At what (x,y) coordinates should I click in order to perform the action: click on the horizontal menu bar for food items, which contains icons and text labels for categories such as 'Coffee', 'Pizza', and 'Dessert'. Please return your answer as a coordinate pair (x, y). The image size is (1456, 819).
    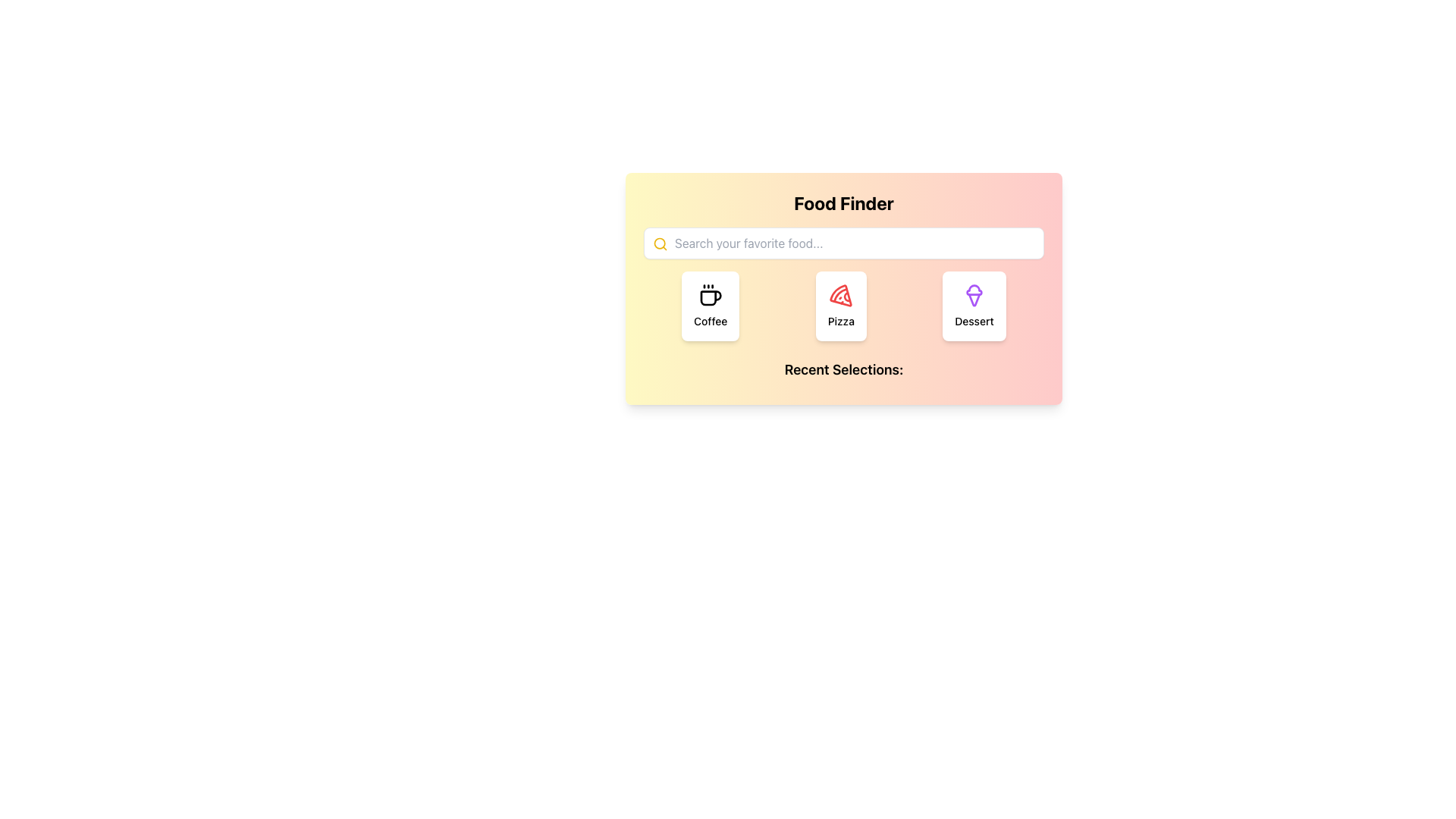
    Looking at the image, I should click on (843, 306).